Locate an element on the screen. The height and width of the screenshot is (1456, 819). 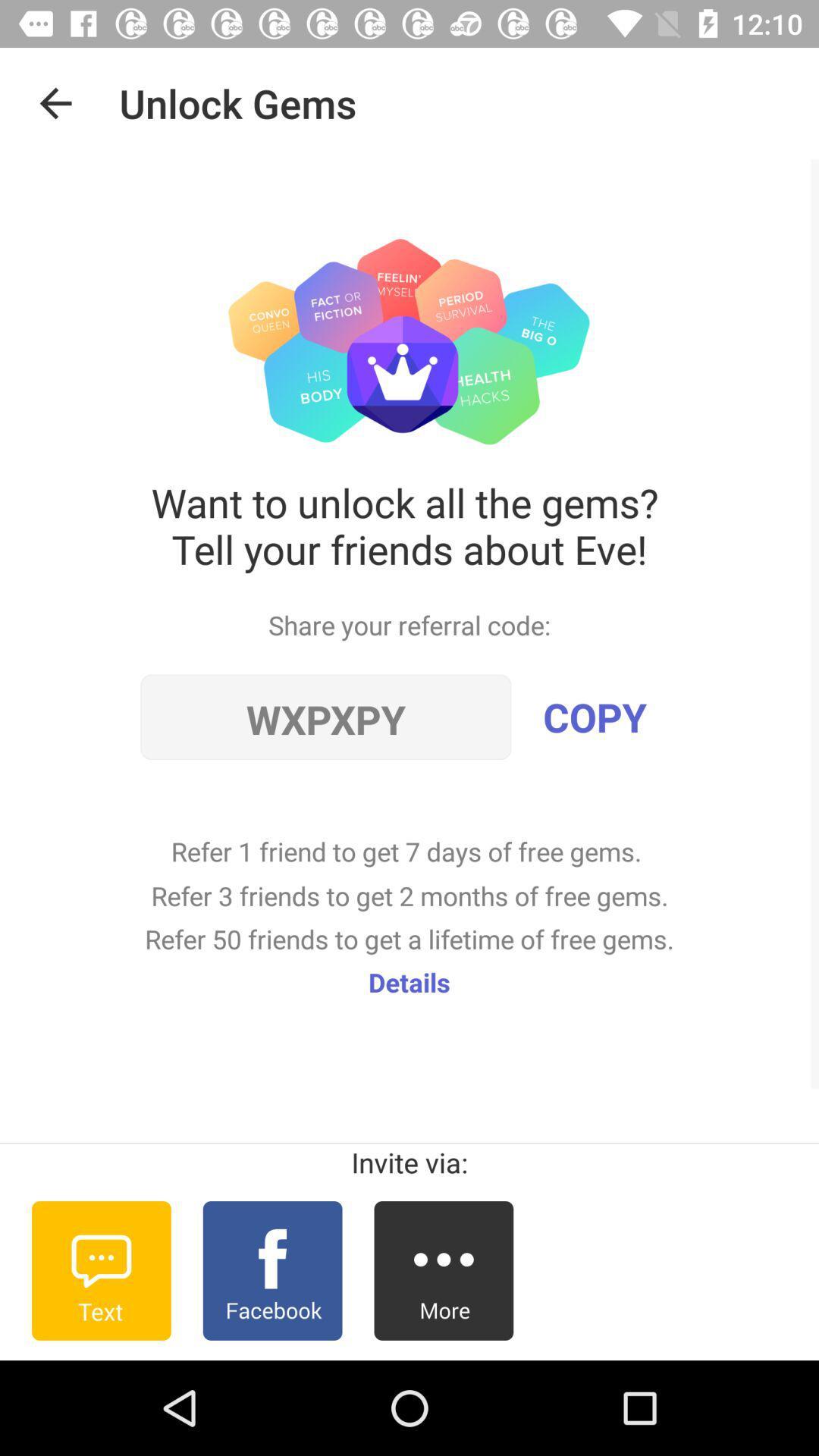
text link is located at coordinates (101, 1270).